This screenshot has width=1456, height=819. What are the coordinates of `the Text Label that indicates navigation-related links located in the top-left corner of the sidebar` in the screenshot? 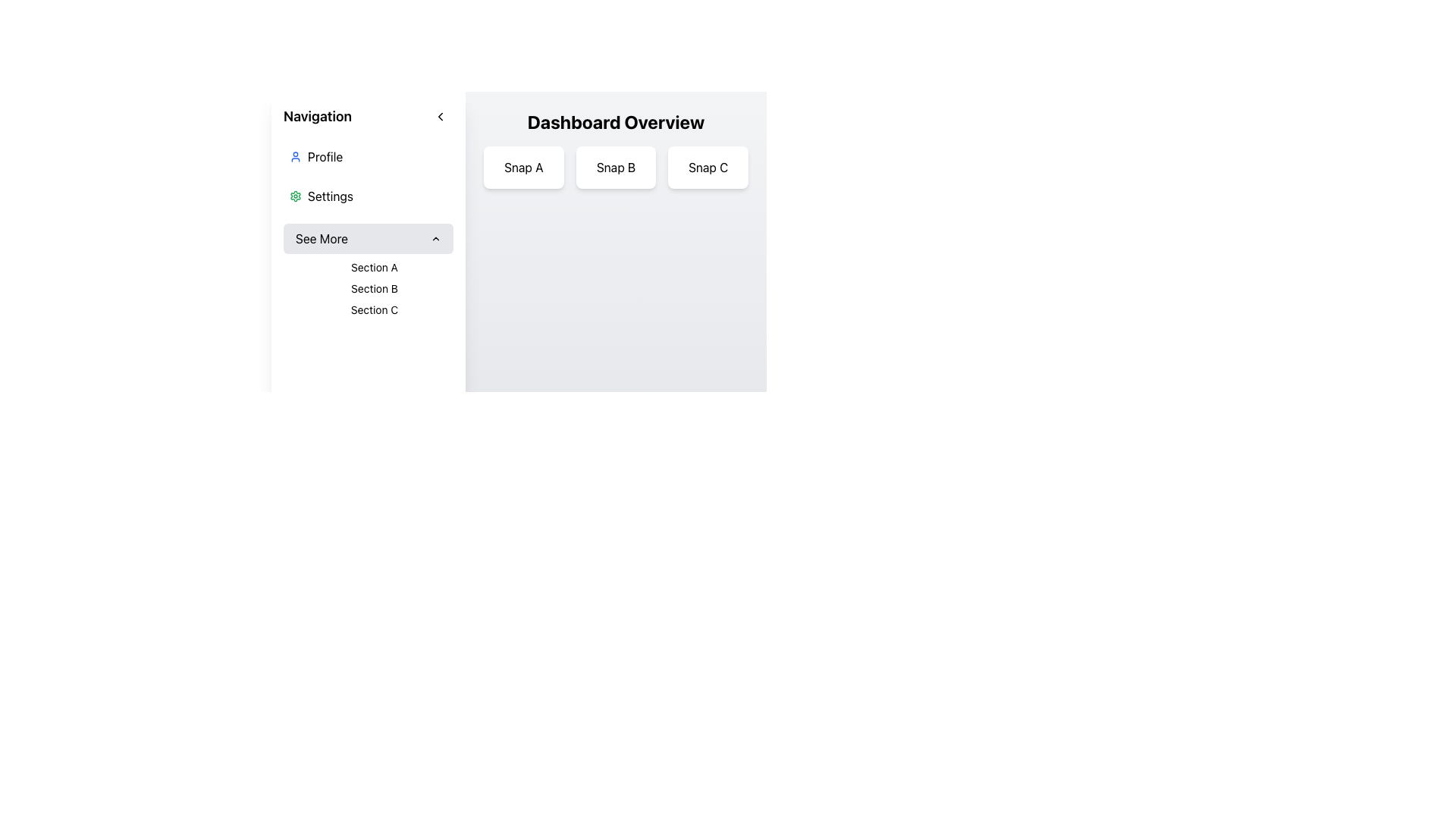 It's located at (316, 116).